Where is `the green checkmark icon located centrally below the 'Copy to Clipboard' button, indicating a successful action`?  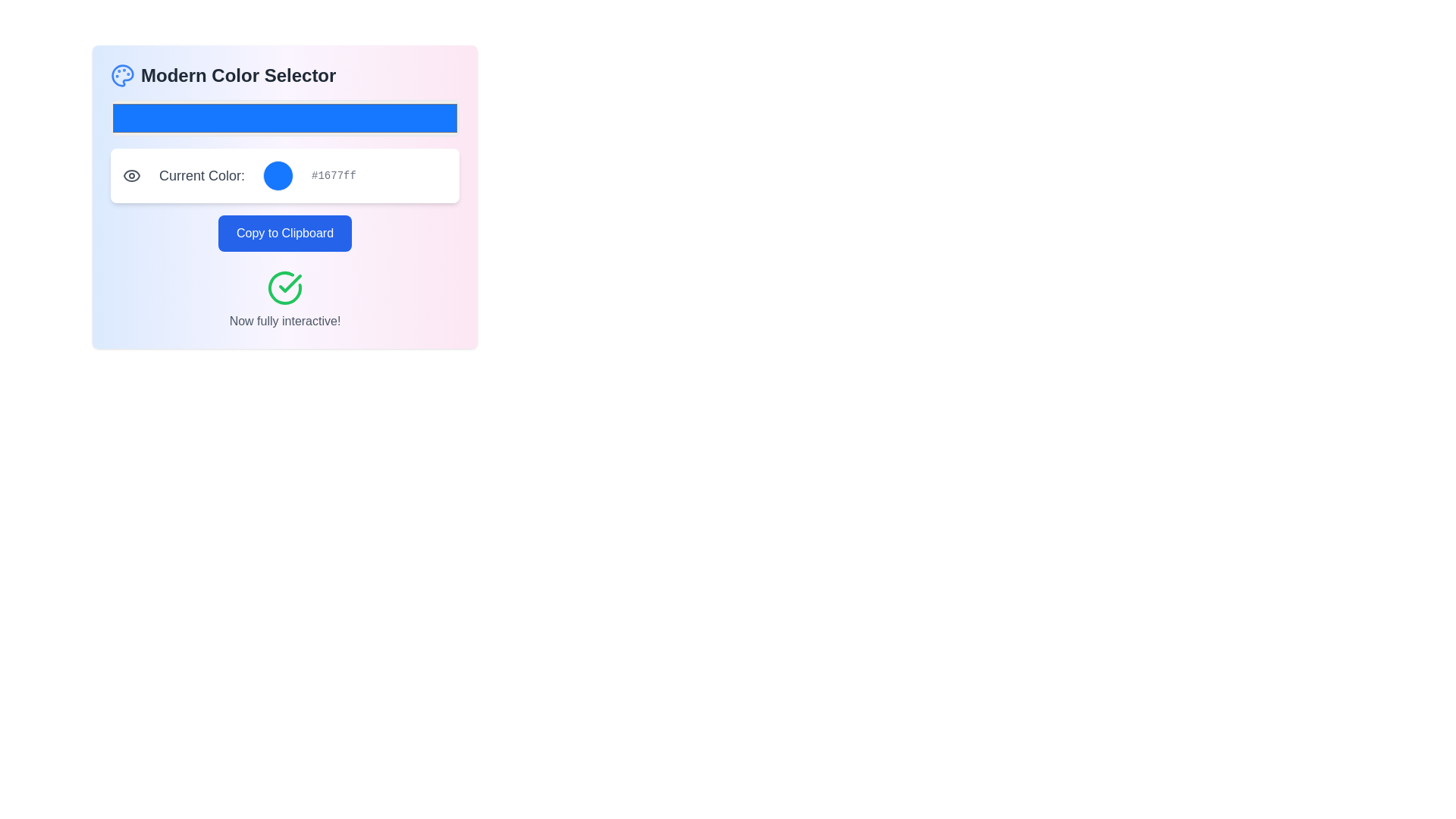
the green checkmark icon located centrally below the 'Copy to Clipboard' button, indicating a successful action is located at coordinates (290, 284).